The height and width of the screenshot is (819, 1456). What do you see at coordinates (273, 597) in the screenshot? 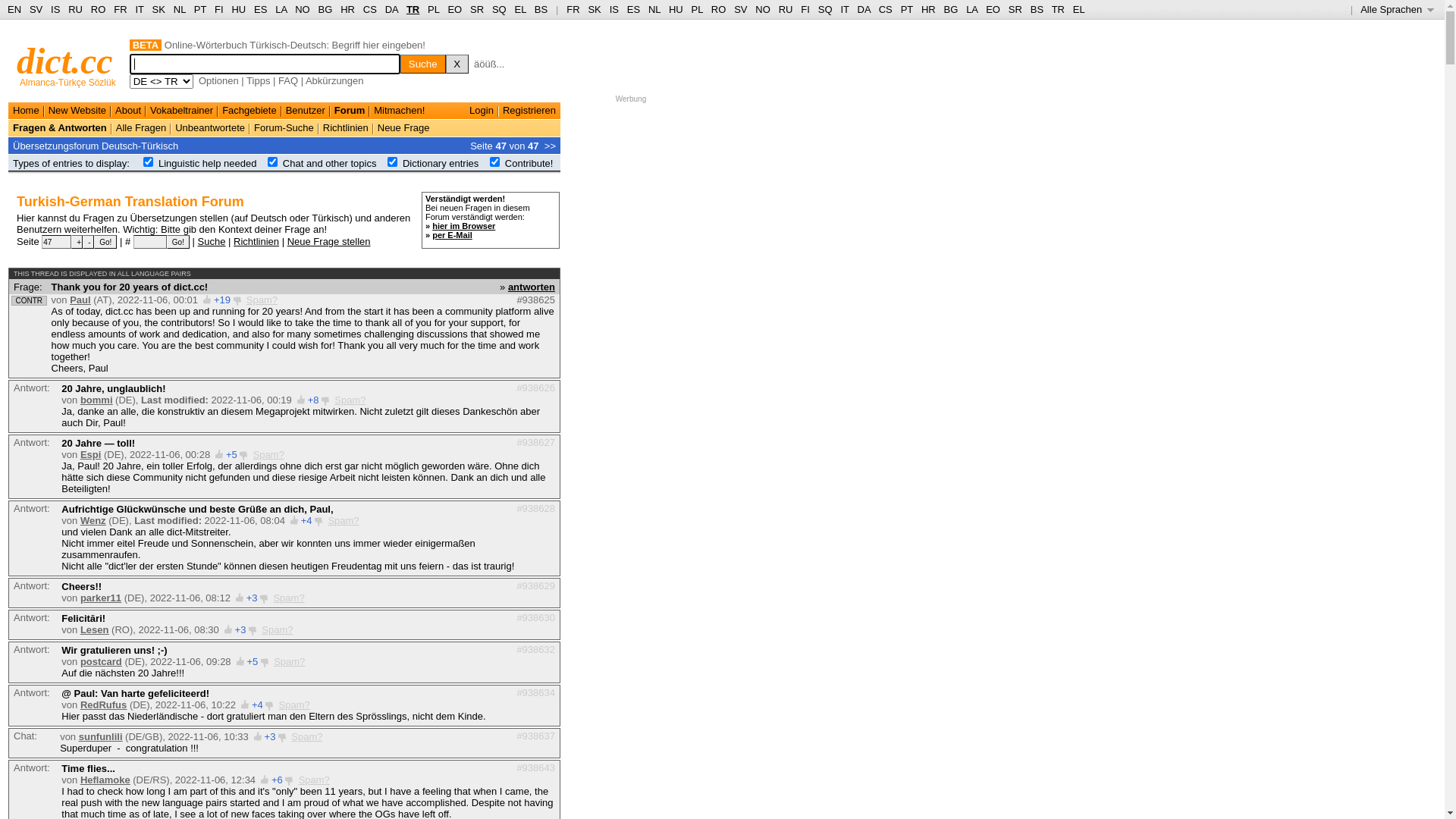
I see `'Spam?'` at bounding box center [273, 597].